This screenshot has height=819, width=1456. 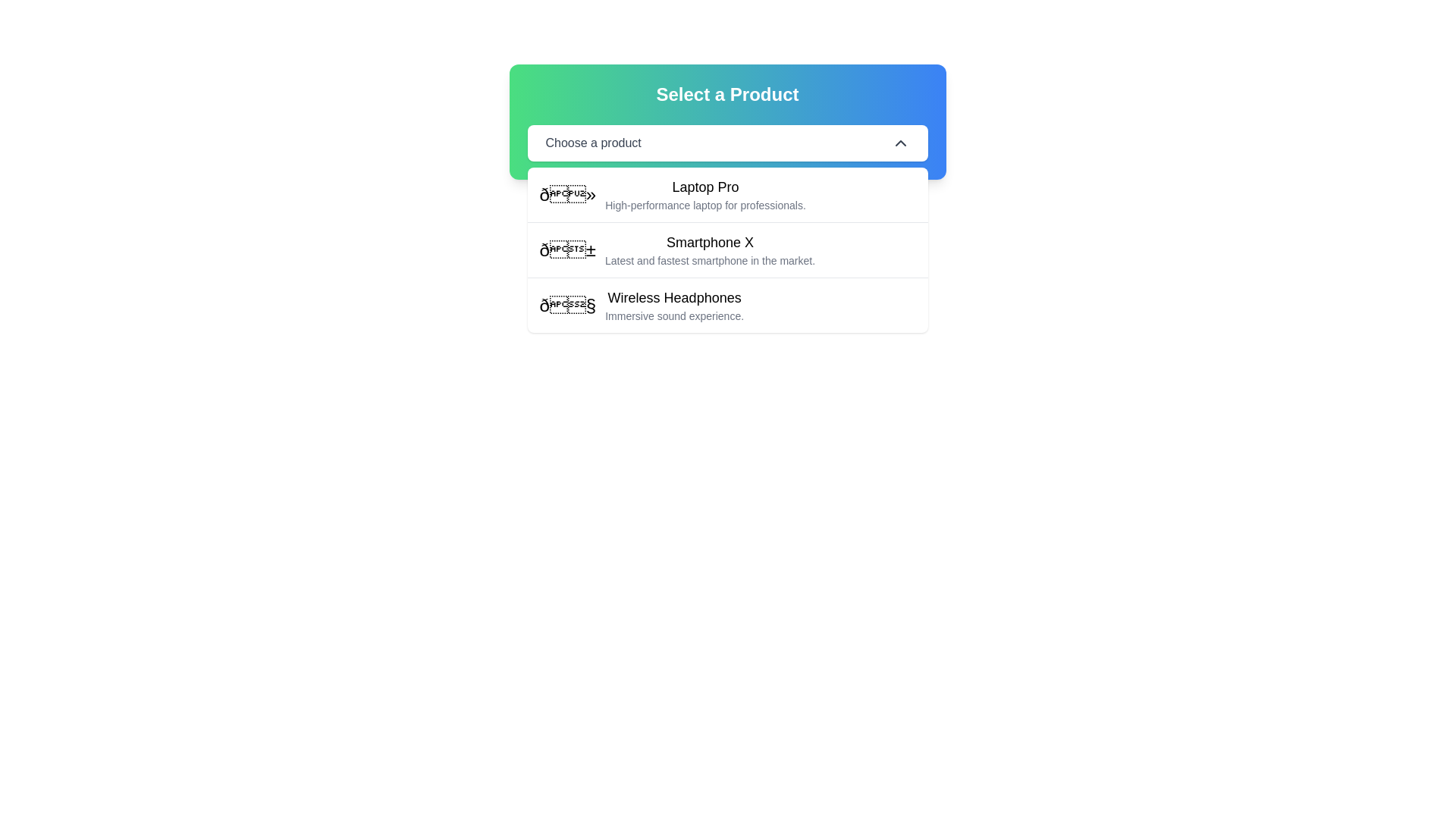 I want to click on text of the main title label for the product 'Laptop Pro', which is centrally positioned under the 'Select a Product' dropdown menu and is the first item in the list, so click(x=704, y=186).